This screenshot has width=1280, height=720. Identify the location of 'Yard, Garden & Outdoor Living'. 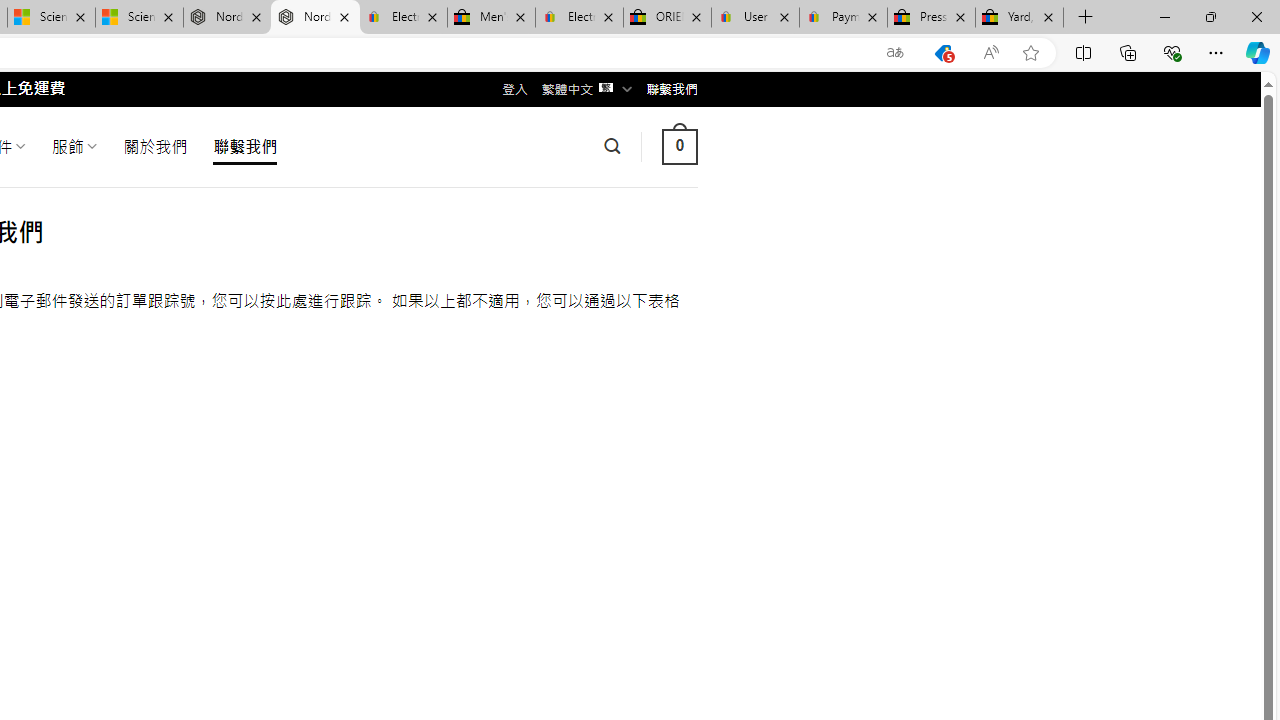
(1019, 17).